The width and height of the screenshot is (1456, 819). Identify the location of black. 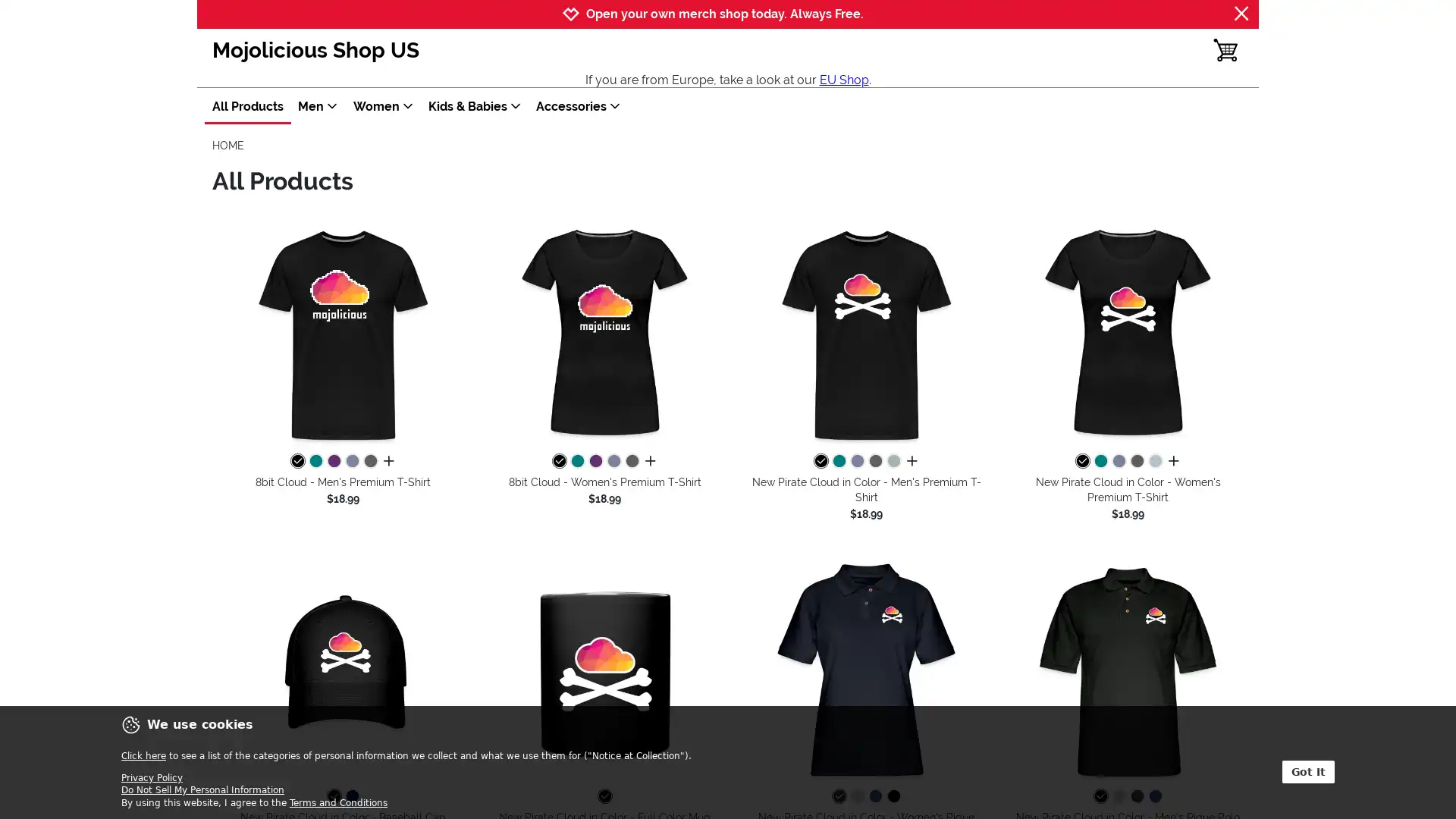
(1081, 461).